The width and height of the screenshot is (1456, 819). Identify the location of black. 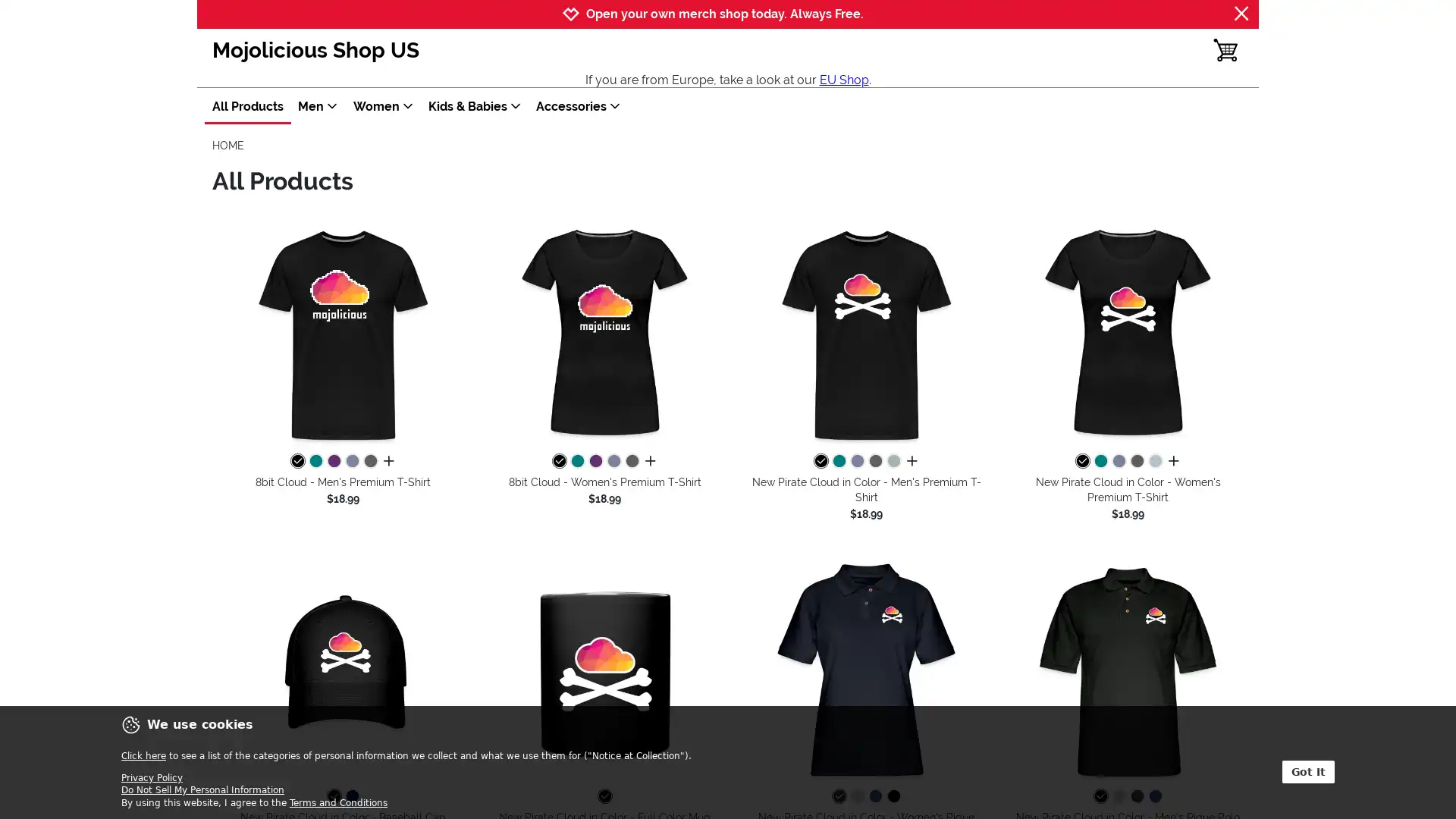
(1081, 461).